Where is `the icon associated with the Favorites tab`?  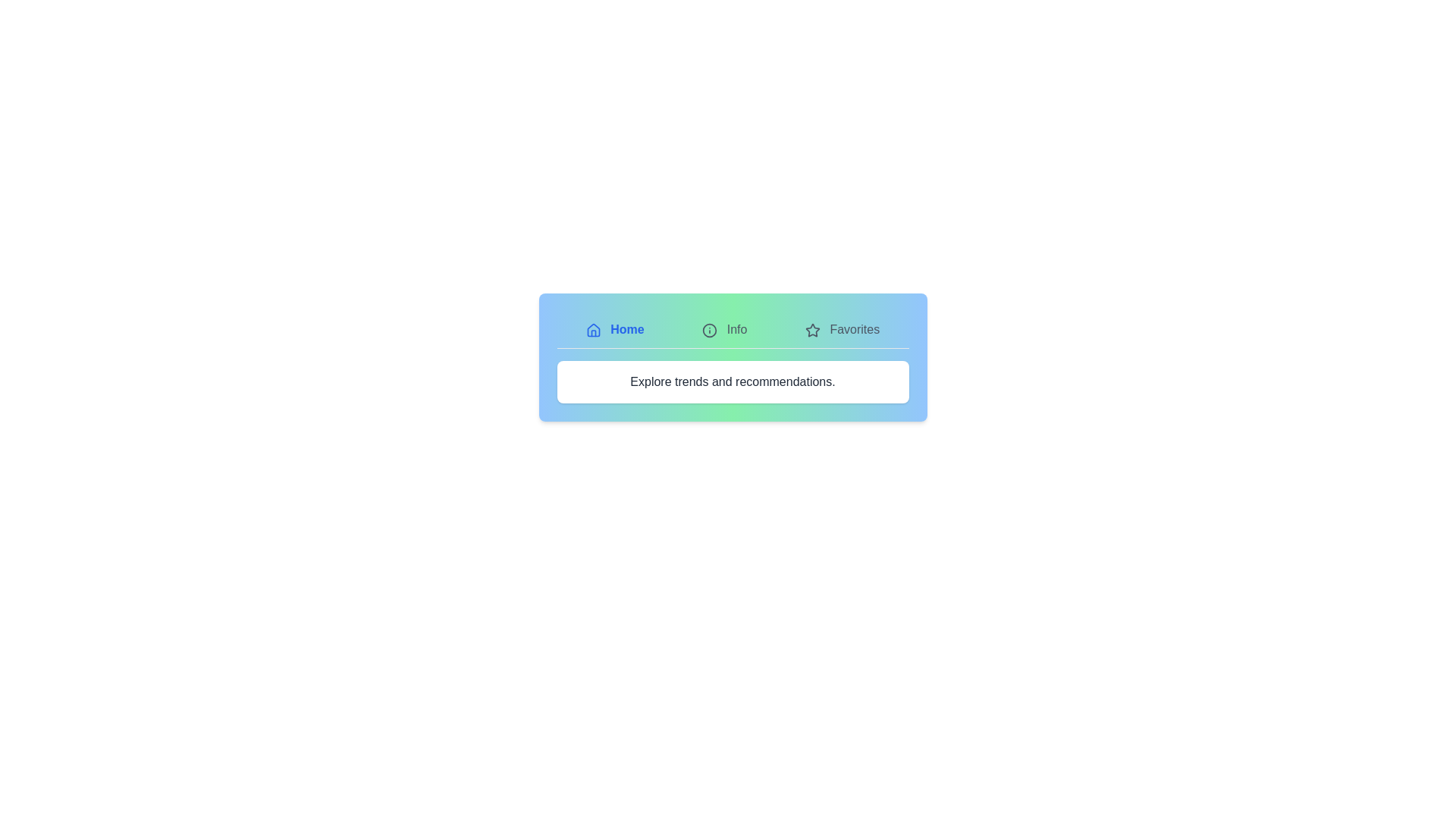 the icon associated with the Favorites tab is located at coordinates (811, 329).